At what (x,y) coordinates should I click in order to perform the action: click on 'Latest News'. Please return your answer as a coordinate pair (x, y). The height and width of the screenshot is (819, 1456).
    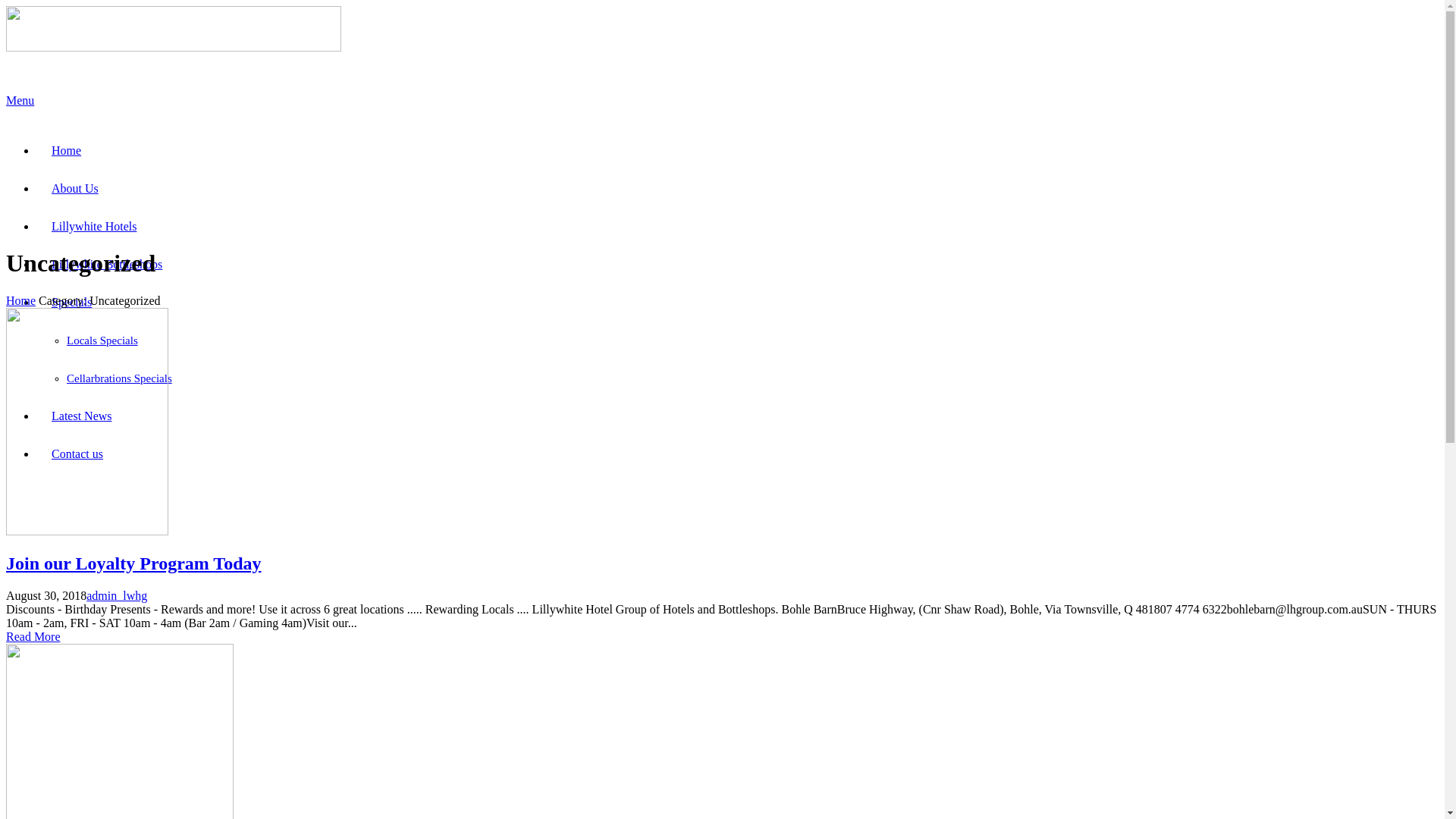
    Looking at the image, I should click on (80, 416).